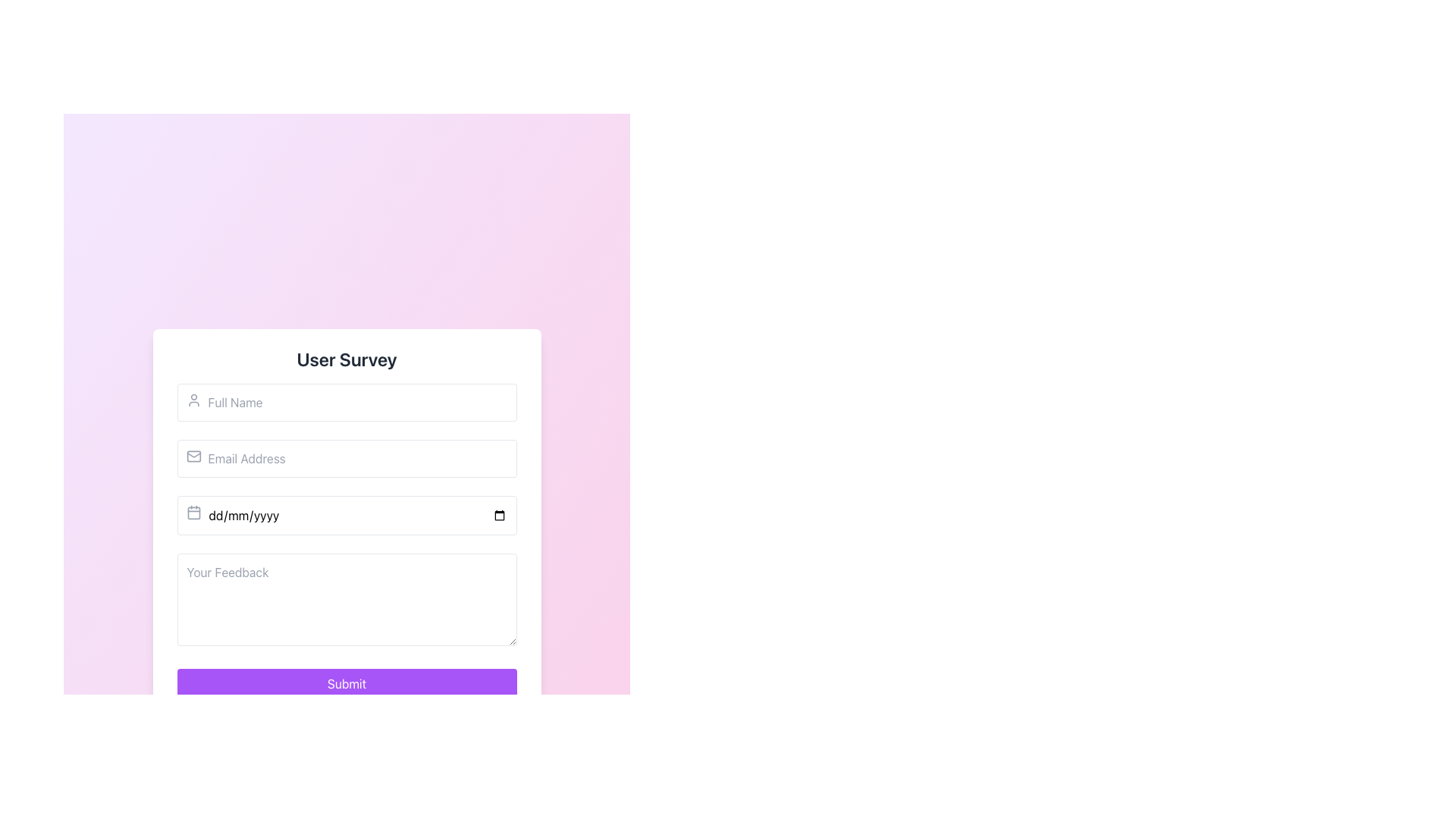 This screenshot has width=1456, height=819. I want to click on the icon indicating the 'Full Name' input field, which suggests the field is for entering user-related information, so click(193, 400).